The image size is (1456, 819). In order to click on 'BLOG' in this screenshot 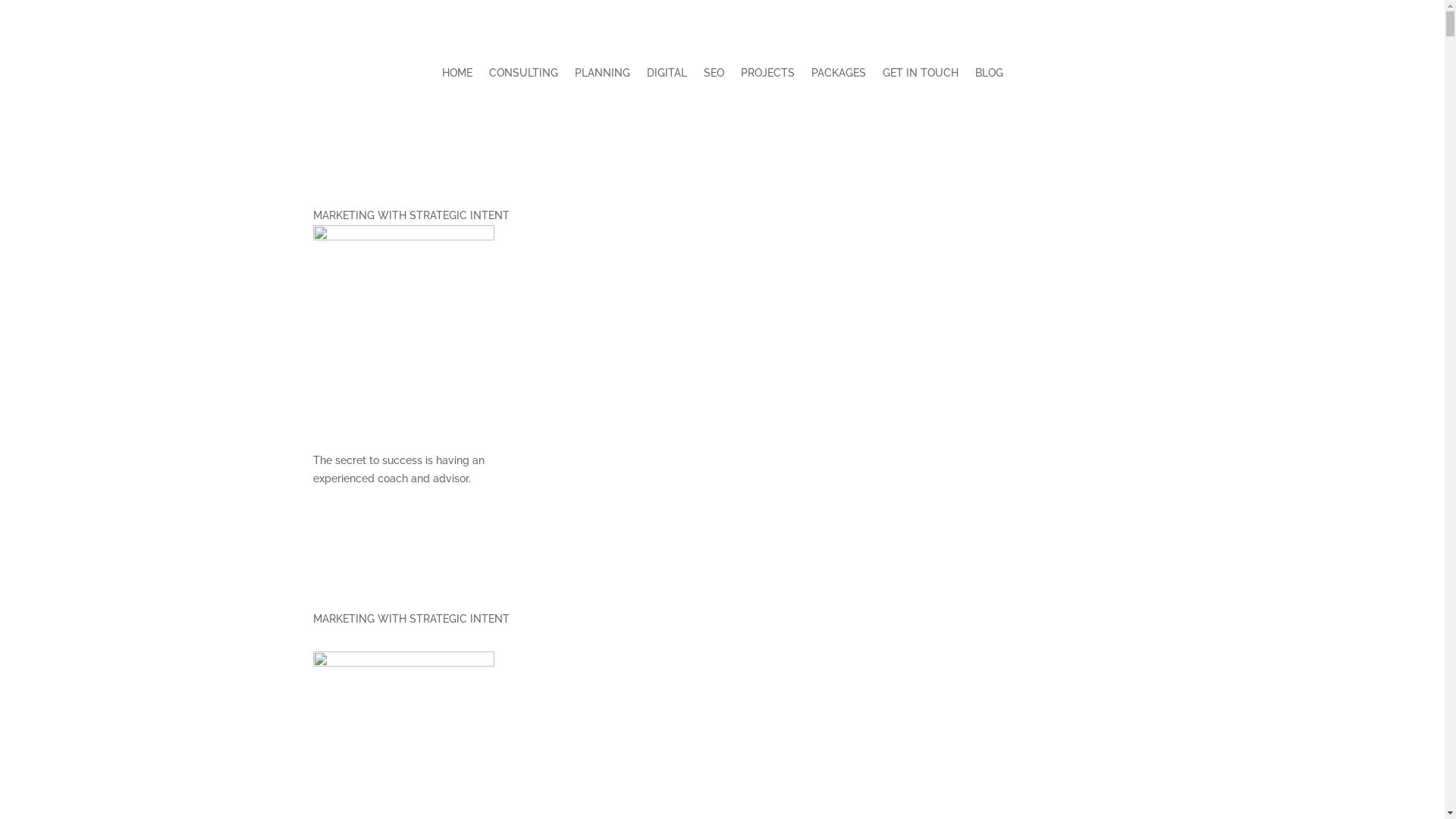, I will do `click(989, 76)`.